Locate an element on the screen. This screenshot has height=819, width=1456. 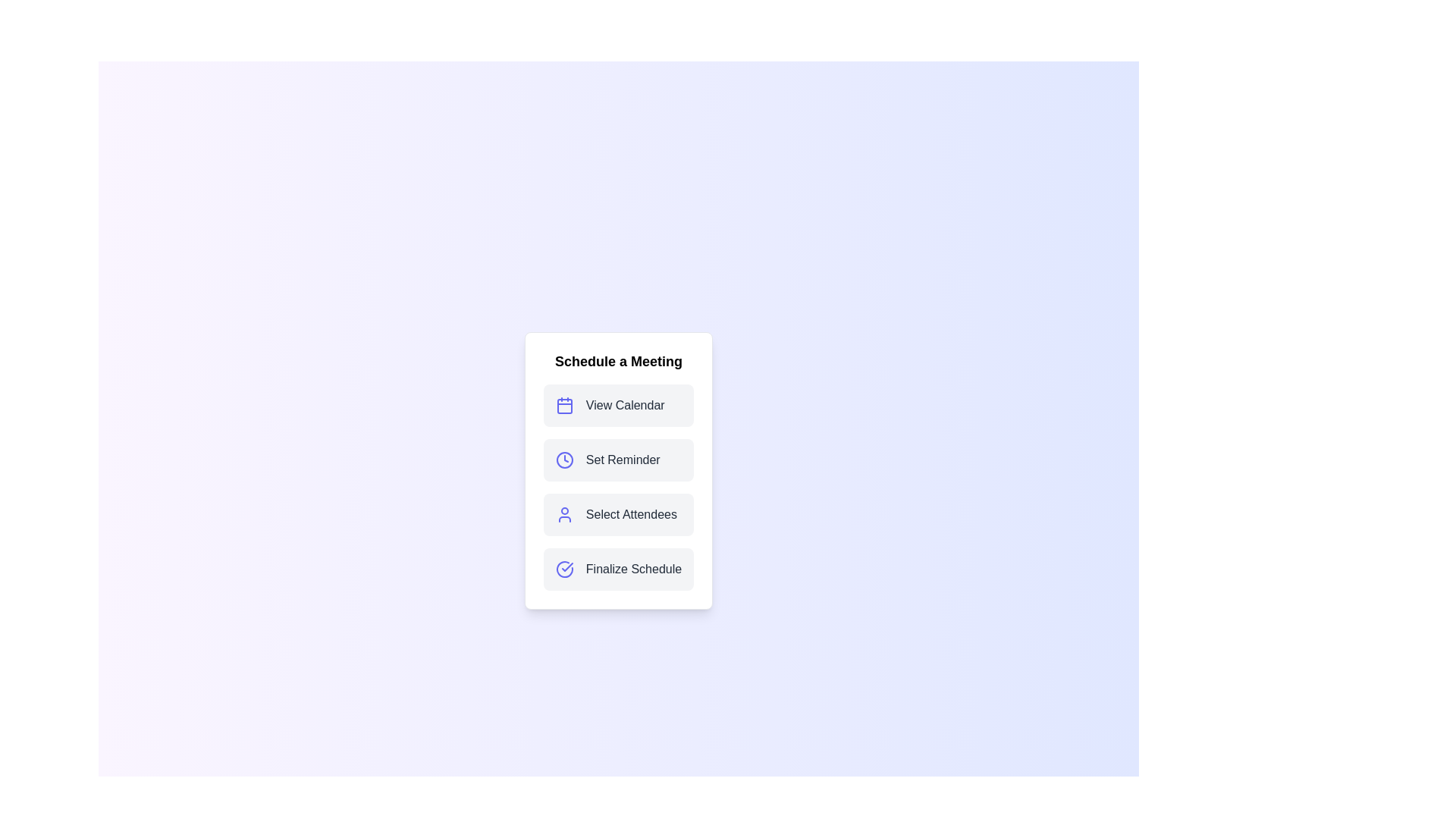
the View Calendar menu option to trigger its action is located at coordinates (619, 405).